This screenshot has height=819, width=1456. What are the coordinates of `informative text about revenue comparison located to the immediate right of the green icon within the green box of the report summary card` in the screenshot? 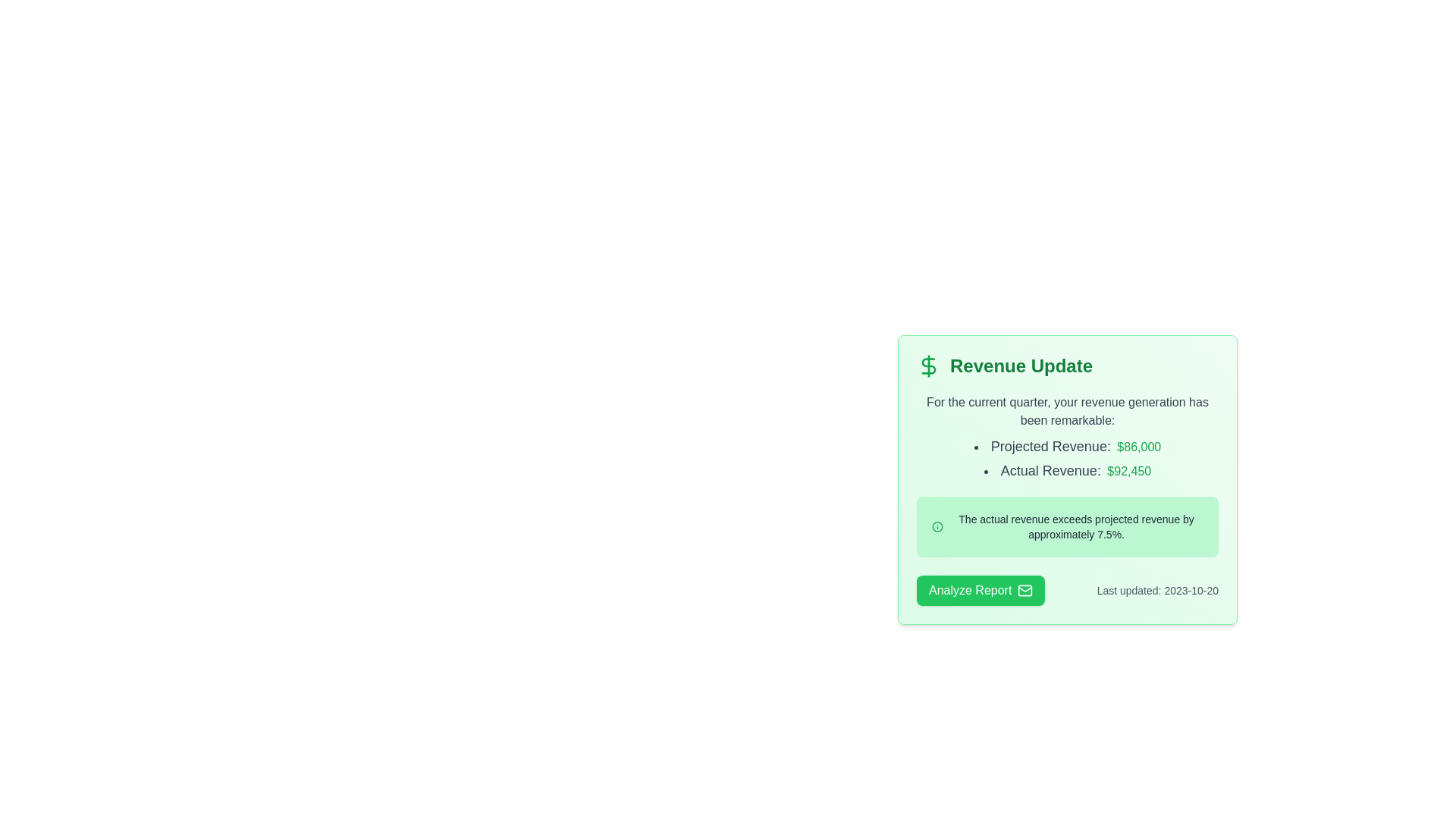 It's located at (1075, 526).